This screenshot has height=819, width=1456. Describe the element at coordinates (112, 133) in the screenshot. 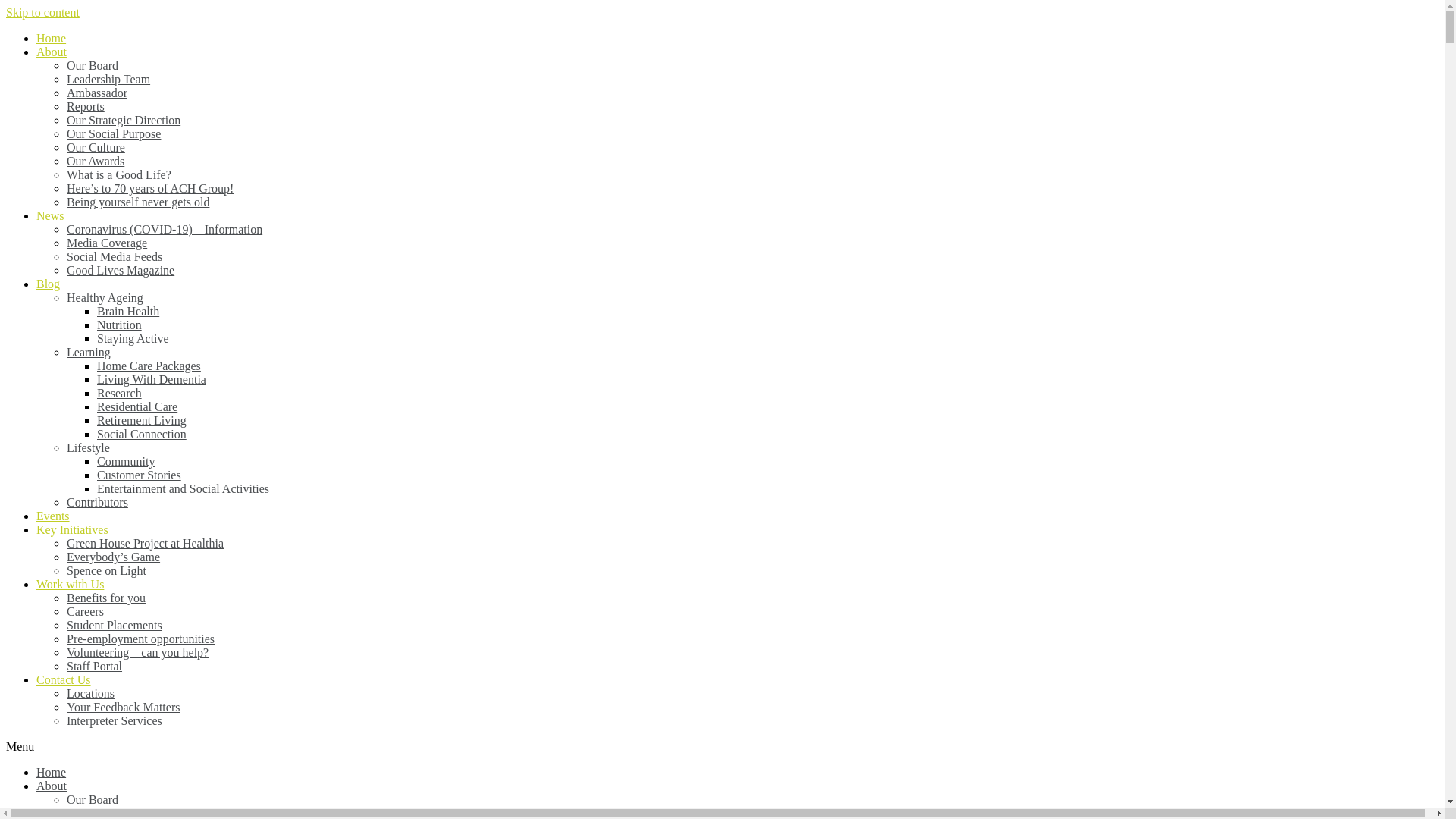

I see `'Our Social Purpose'` at that location.